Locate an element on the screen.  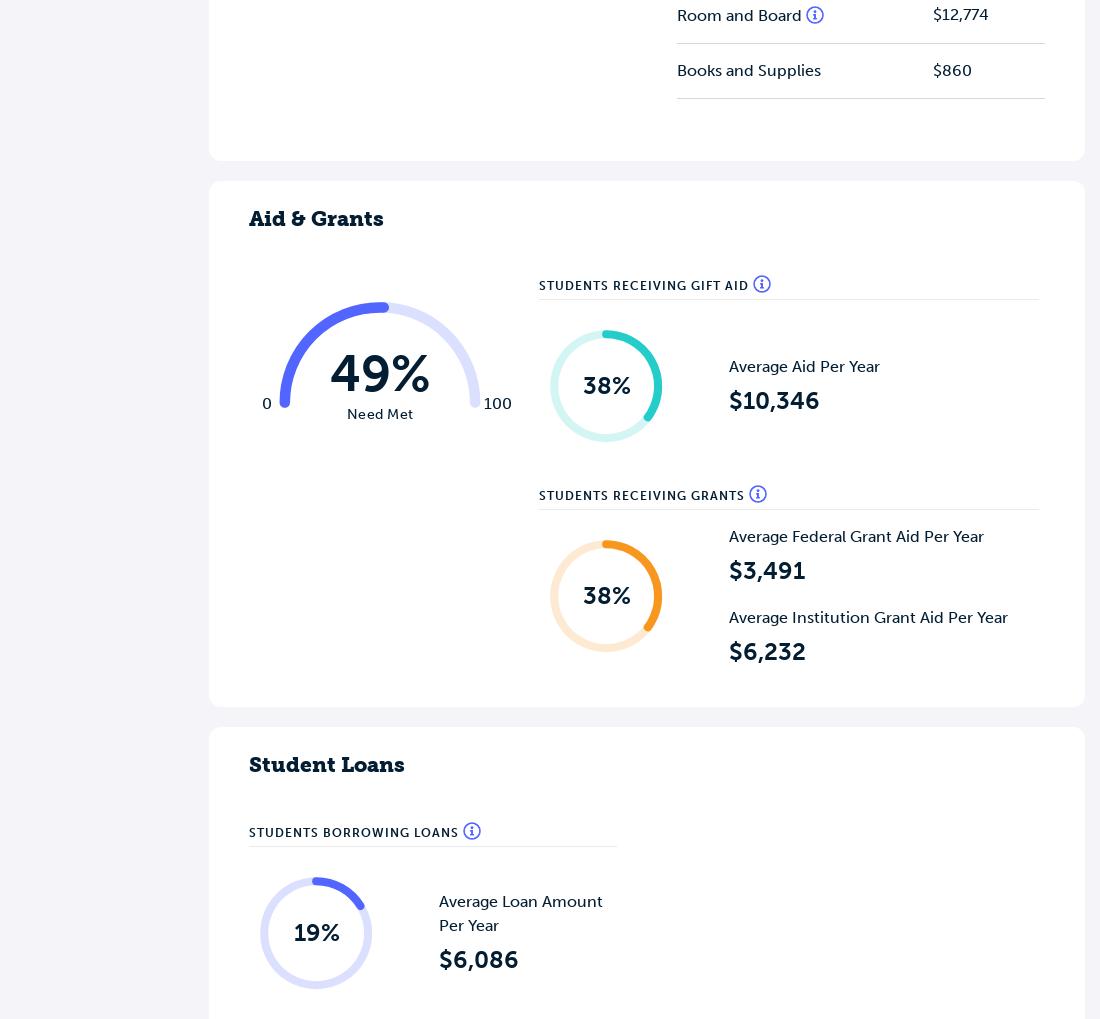
'$6,232' is located at coordinates (767, 650).